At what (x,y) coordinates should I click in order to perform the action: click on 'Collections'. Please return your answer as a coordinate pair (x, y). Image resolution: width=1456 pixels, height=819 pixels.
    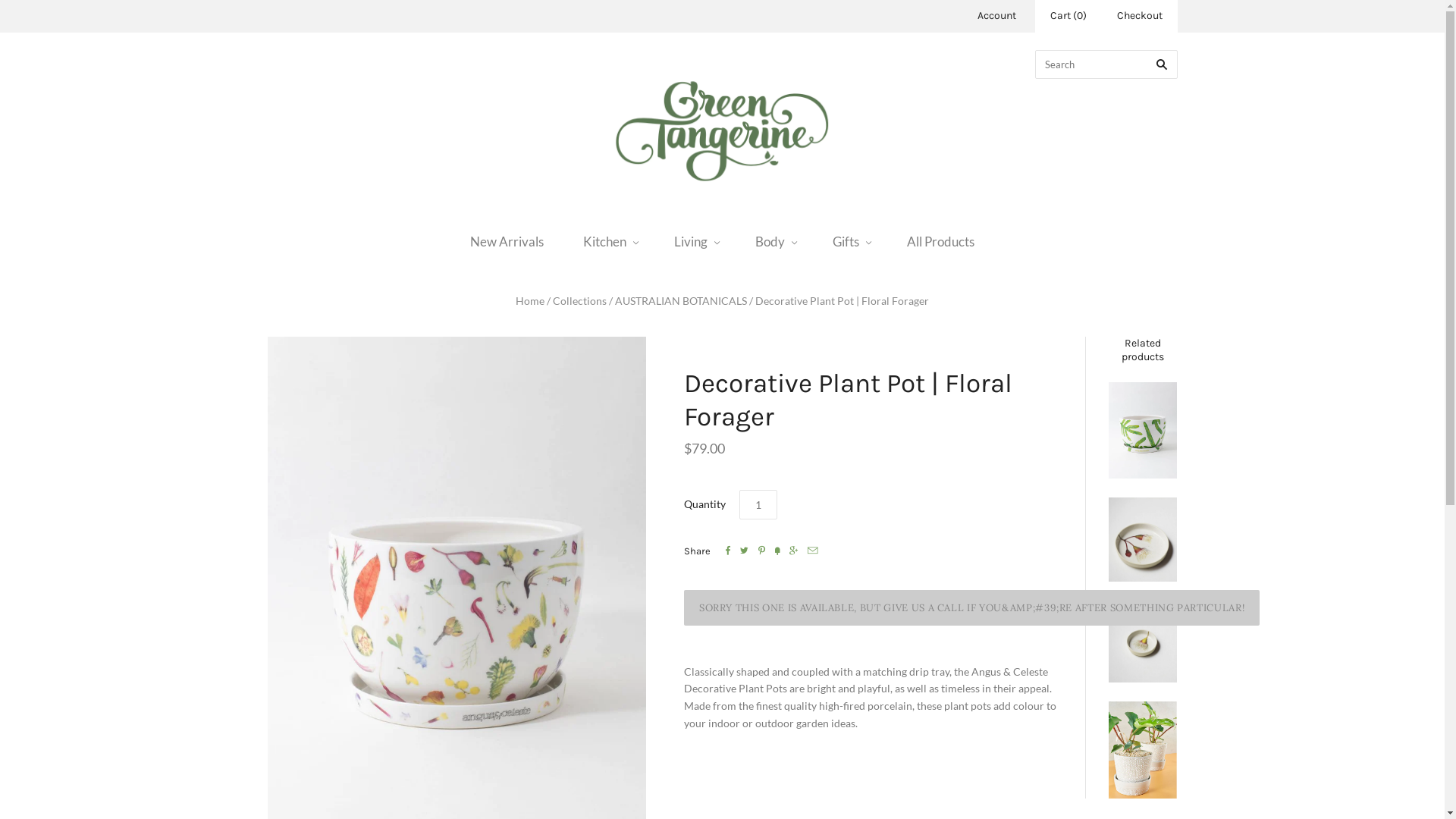
    Looking at the image, I should click on (579, 300).